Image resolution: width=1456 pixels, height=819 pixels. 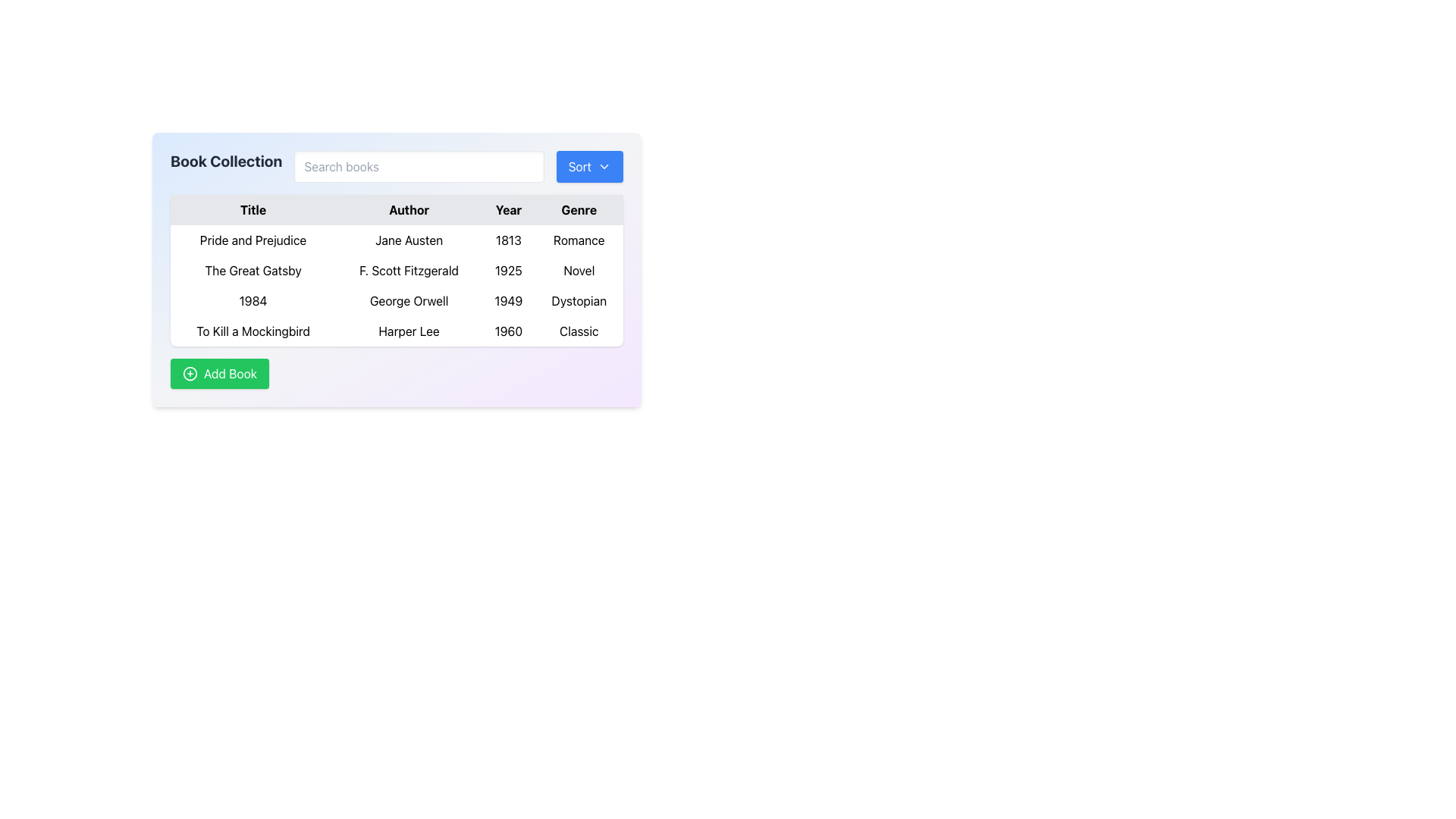 I want to click on the text label displaying 'Harper Lee' in the second column of the fourth row of the table under the 'Author' header, so click(x=409, y=330).